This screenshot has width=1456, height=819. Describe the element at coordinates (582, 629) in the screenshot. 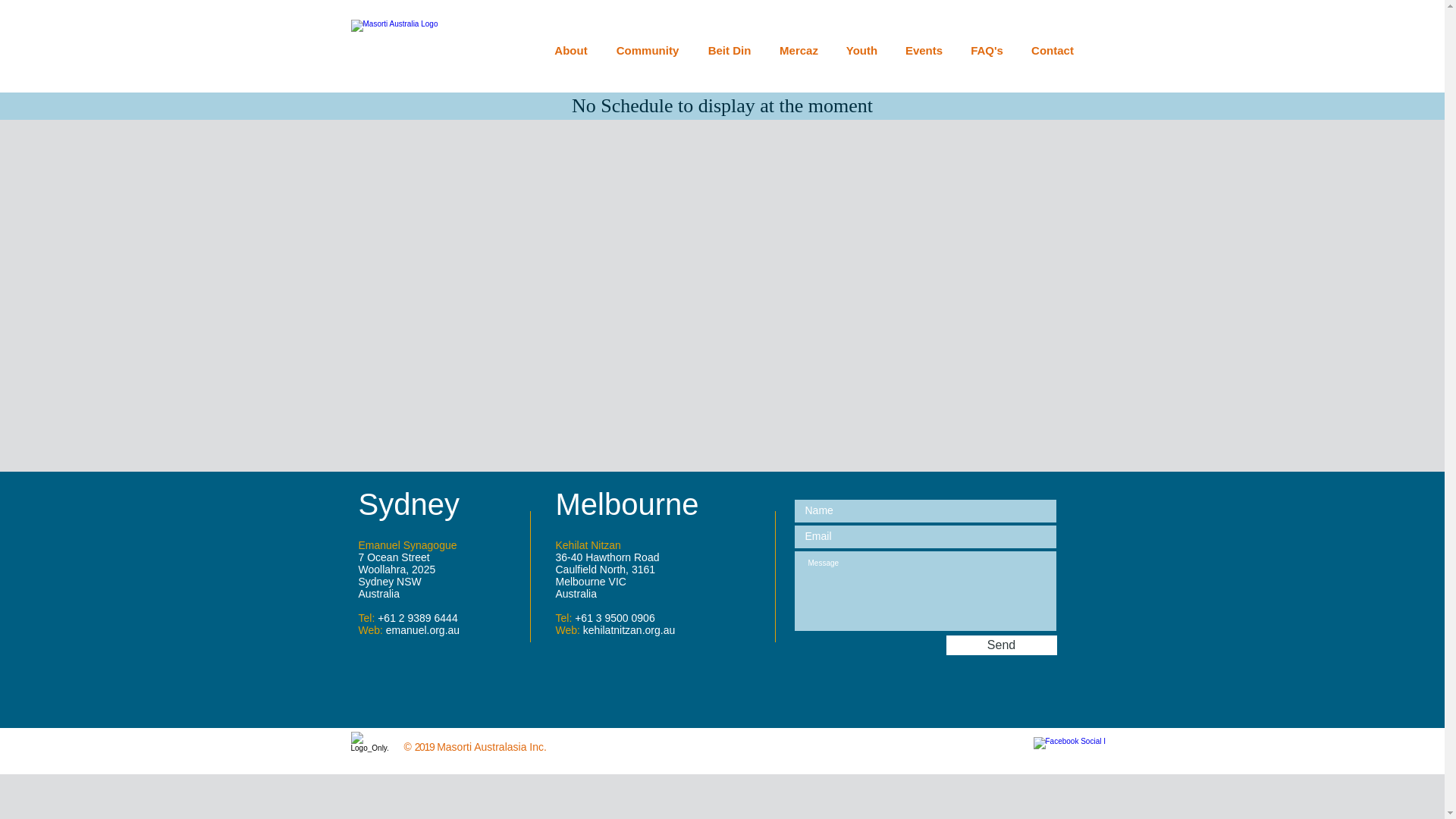

I see `'kehilatnitzan.org.au'` at that location.